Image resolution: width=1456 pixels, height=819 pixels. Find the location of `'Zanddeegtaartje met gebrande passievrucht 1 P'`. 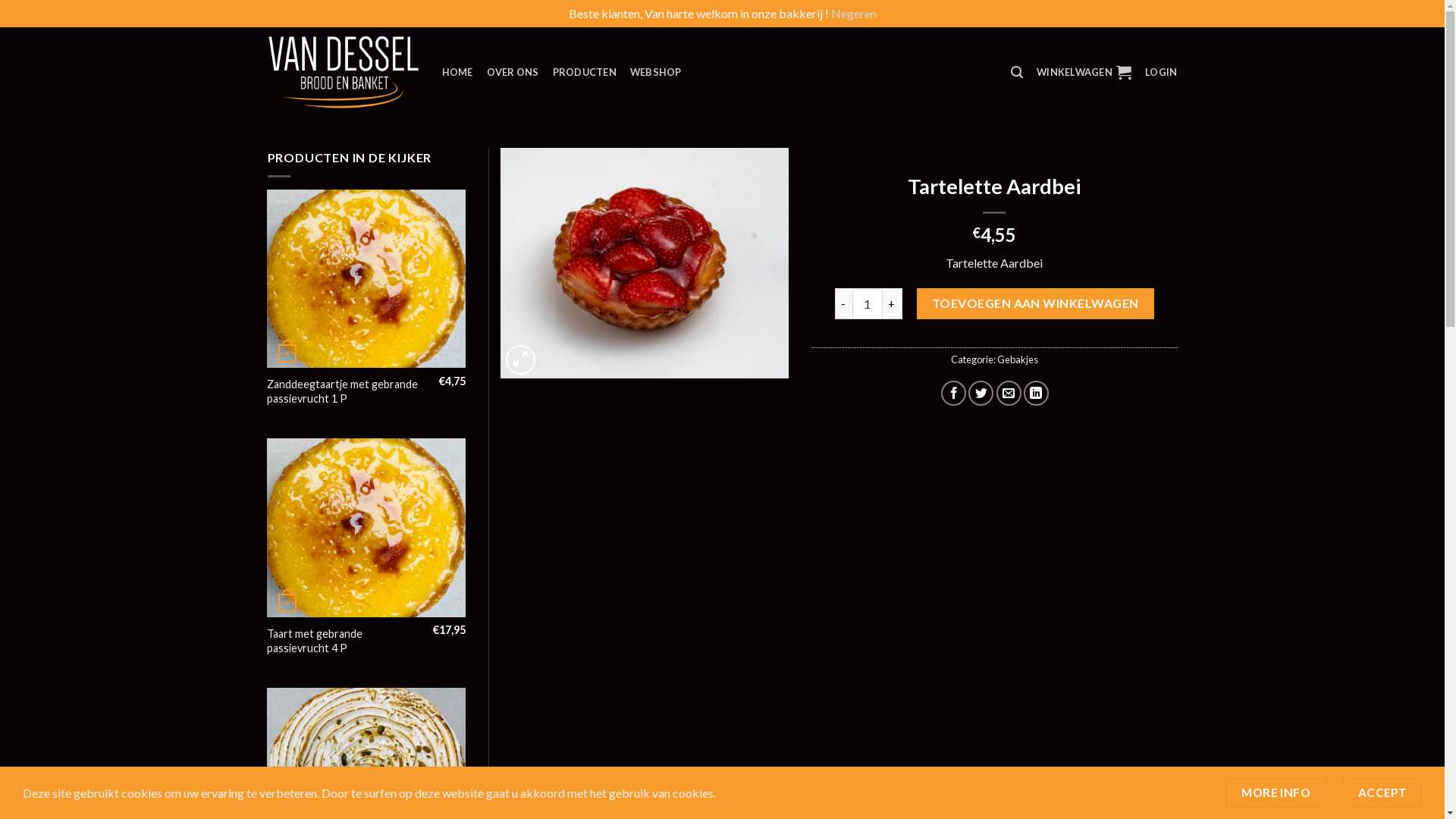

'Zanddeegtaartje met gebrande passievrucht 1 P' is located at coordinates (346, 391).